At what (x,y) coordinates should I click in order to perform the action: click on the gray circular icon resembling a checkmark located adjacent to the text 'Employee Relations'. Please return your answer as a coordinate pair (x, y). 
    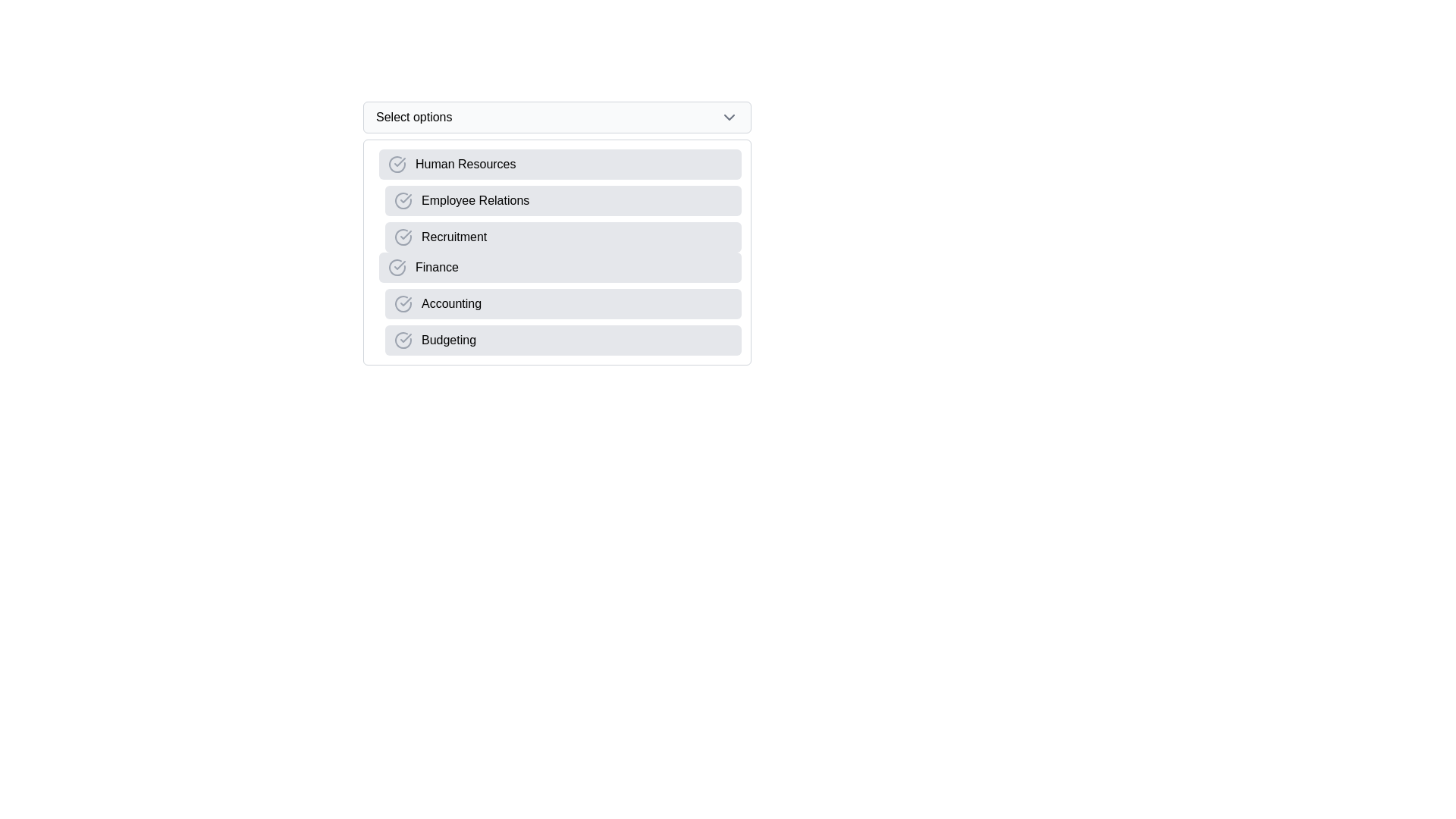
    Looking at the image, I should click on (403, 200).